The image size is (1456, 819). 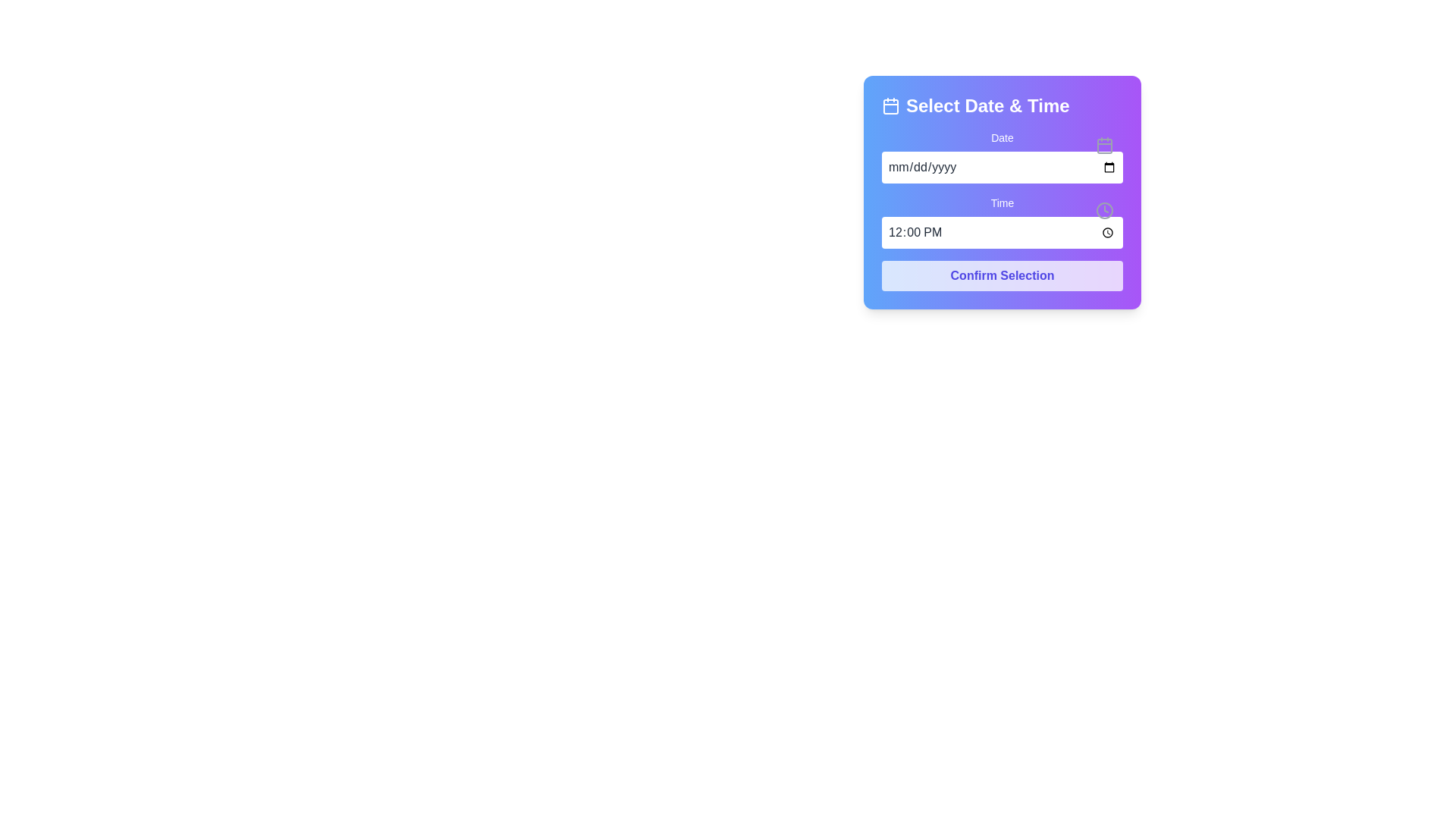 What do you see at coordinates (891, 105) in the screenshot?
I see `the decorative icon located to the left of the 'Select Date & Time' text in the top section of the interface panel` at bounding box center [891, 105].